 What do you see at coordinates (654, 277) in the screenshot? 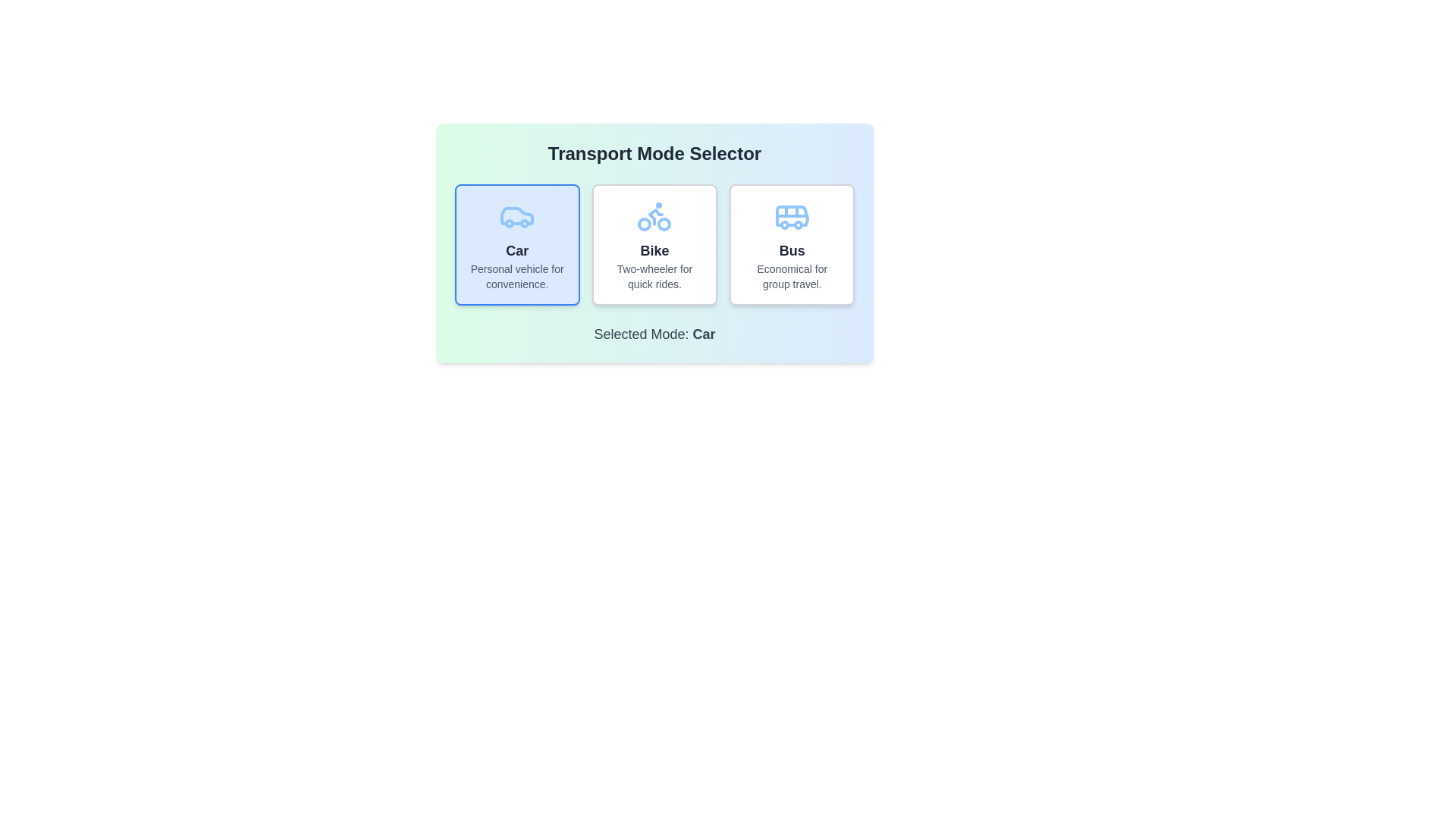
I see `the text label that contains 'Two-wheeler for quick rides.' styled in gray color, positioned below the title 'Bike' in the second card of a horizontal row` at bounding box center [654, 277].